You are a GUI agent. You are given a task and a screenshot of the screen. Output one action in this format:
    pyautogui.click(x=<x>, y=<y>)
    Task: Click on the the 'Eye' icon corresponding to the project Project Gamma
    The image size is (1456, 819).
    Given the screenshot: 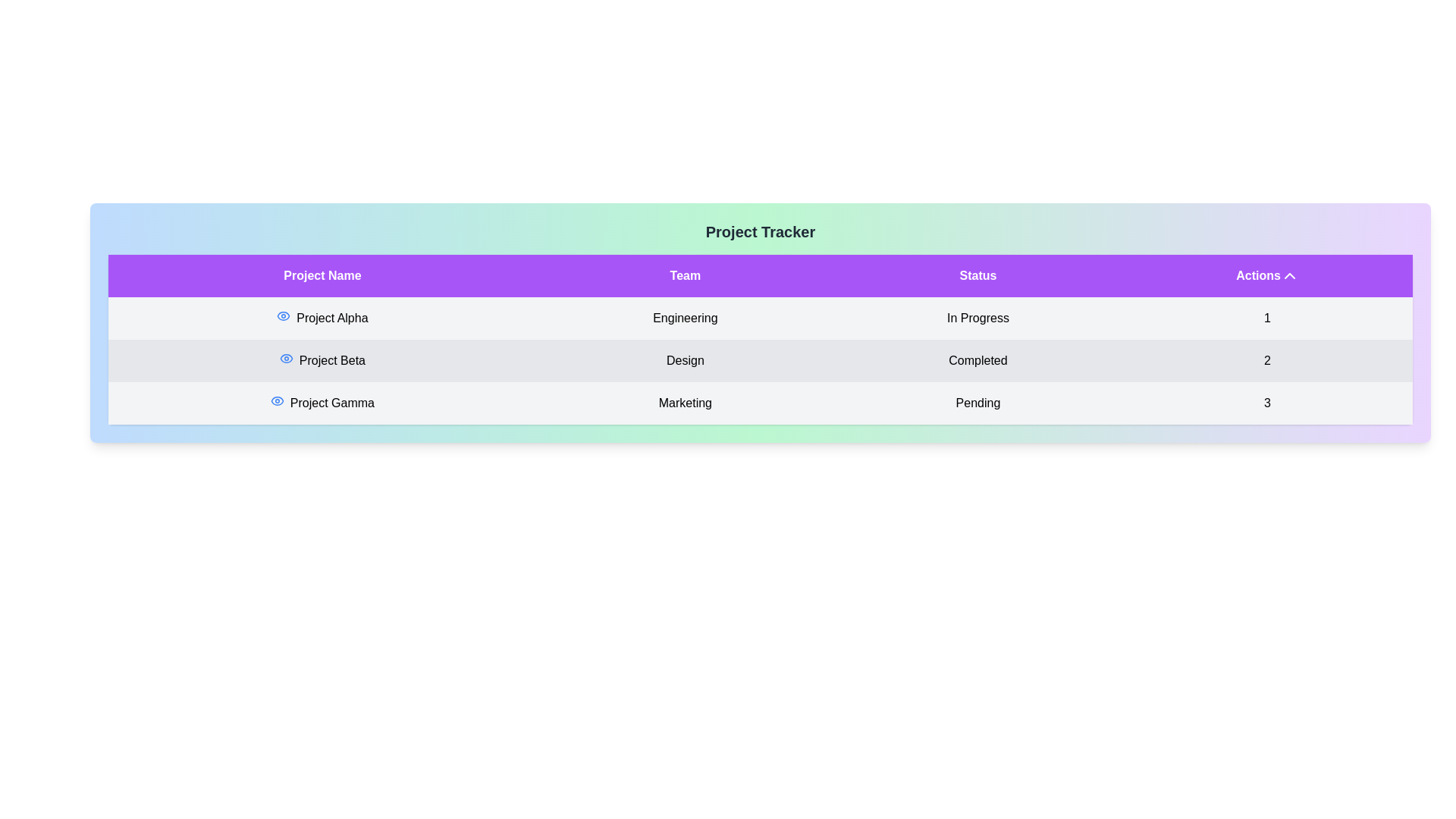 What is the action you would take?
    pyautogui.click(x=276, y=400)
    